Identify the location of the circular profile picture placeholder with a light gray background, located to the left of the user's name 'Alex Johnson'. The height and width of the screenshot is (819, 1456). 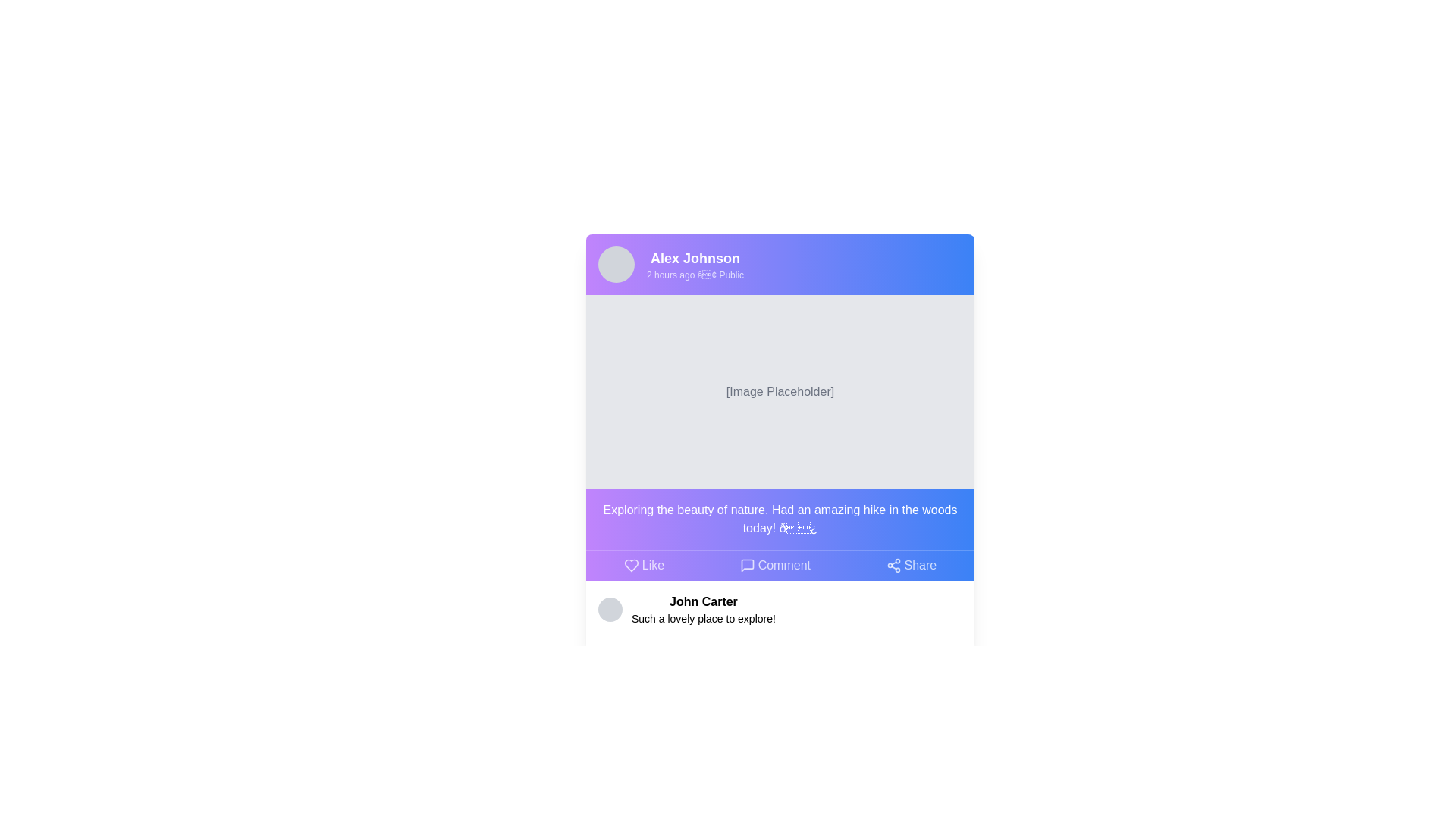
(616, 263).